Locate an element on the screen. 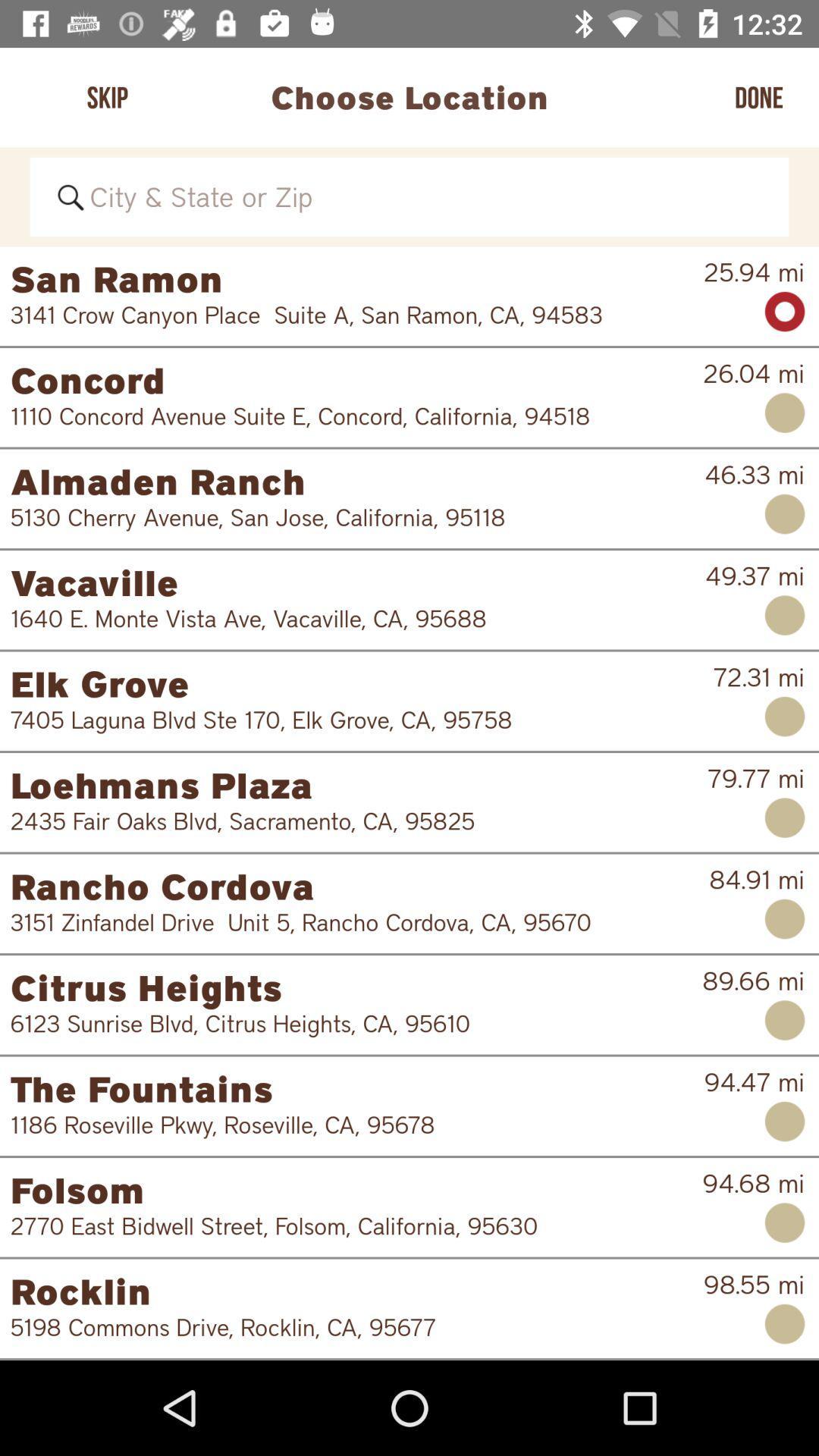 The image size is (819, 1456). location in box is located at coordinates (409, 196).